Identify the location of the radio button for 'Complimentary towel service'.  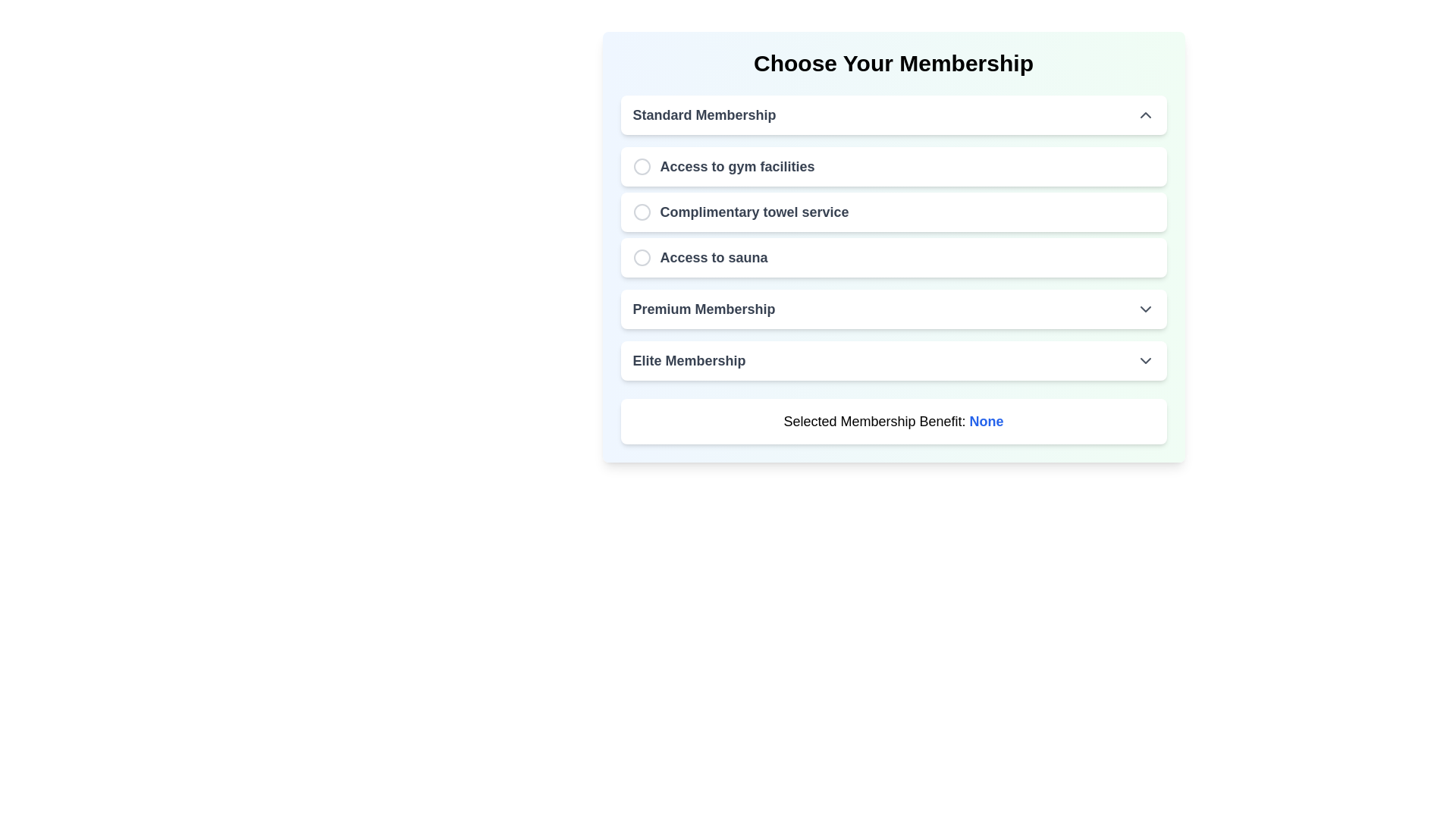
(893, 212).